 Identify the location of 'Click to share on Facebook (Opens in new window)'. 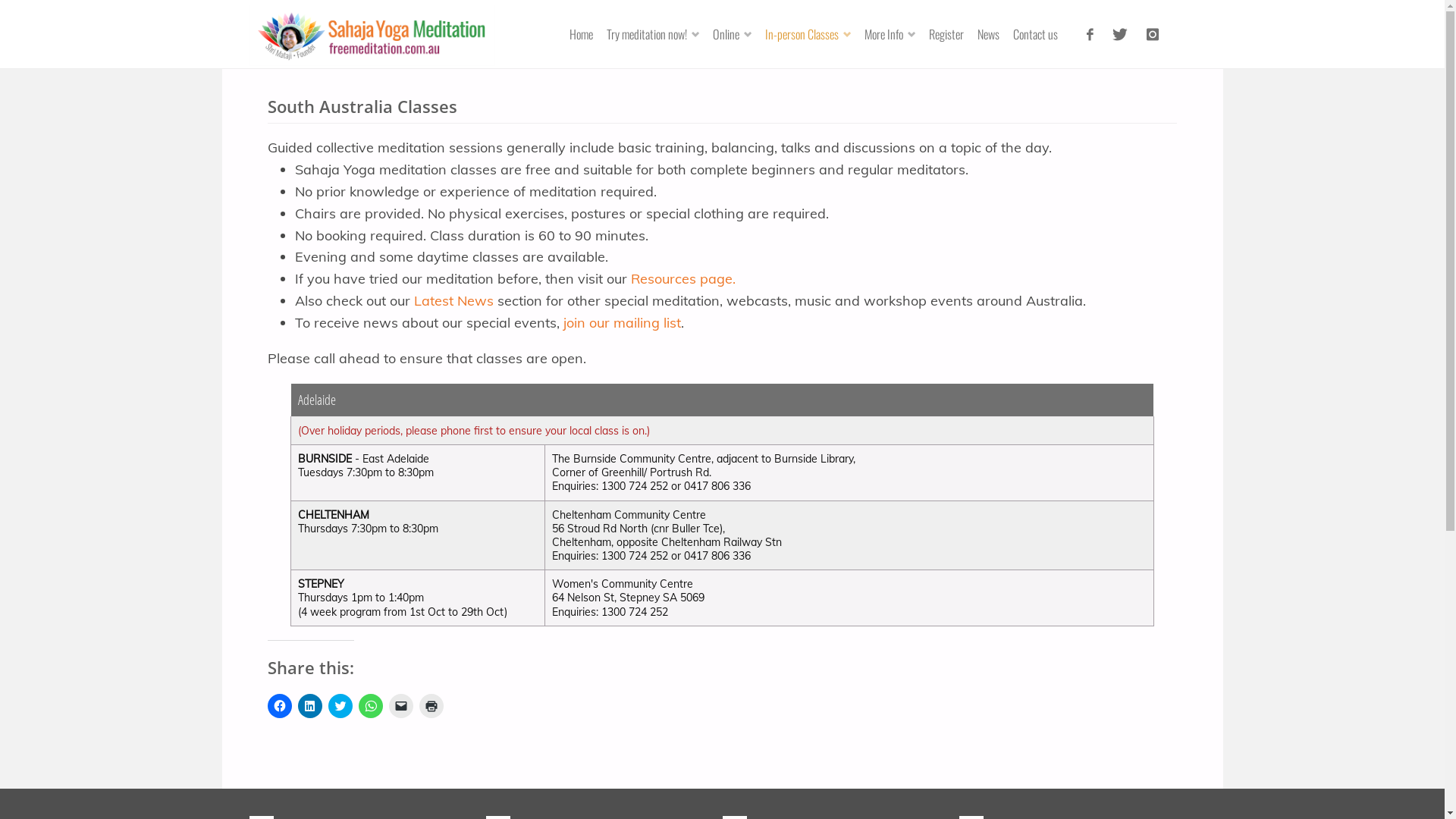
(280, 705).